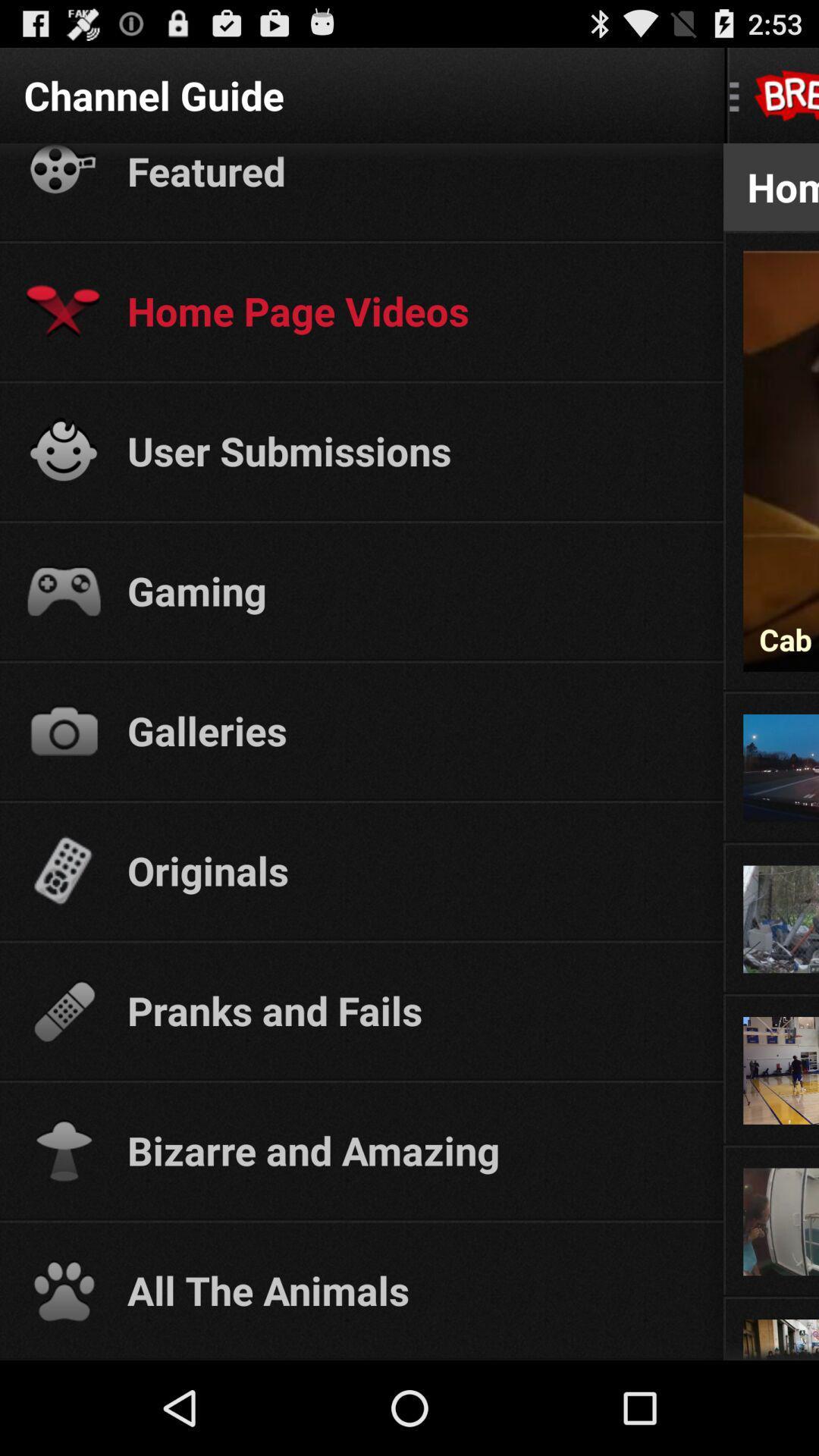  What do you see at coordinates (411, 730) in the screenshot?
I see `galleries icon` at bounding box center [411, 730].